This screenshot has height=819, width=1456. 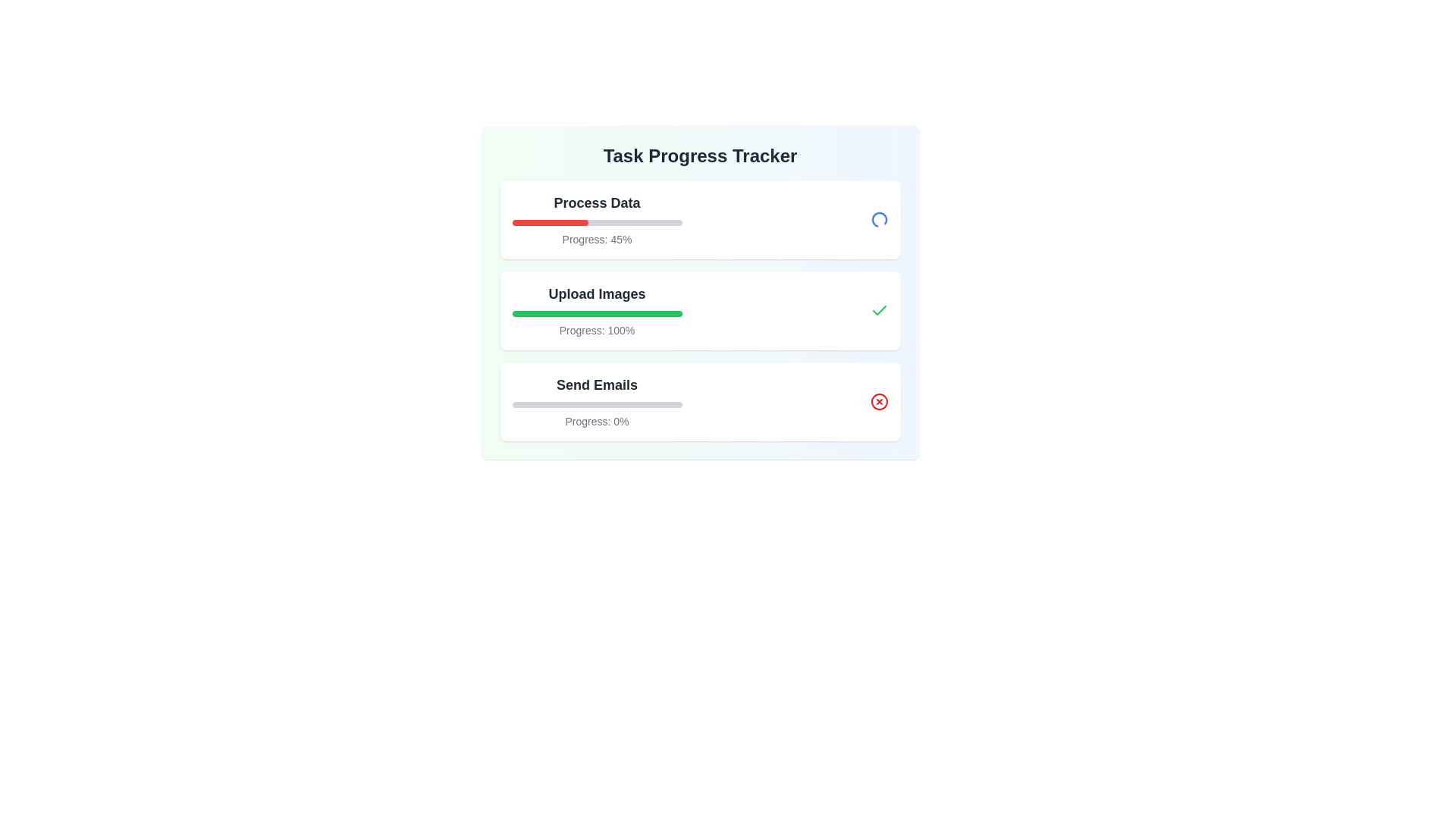 I want to click on the thin rectangular progress bar with rounded corners located below the 'Send Emails' text, indicating 0% progress, so click(x=596, y=403).